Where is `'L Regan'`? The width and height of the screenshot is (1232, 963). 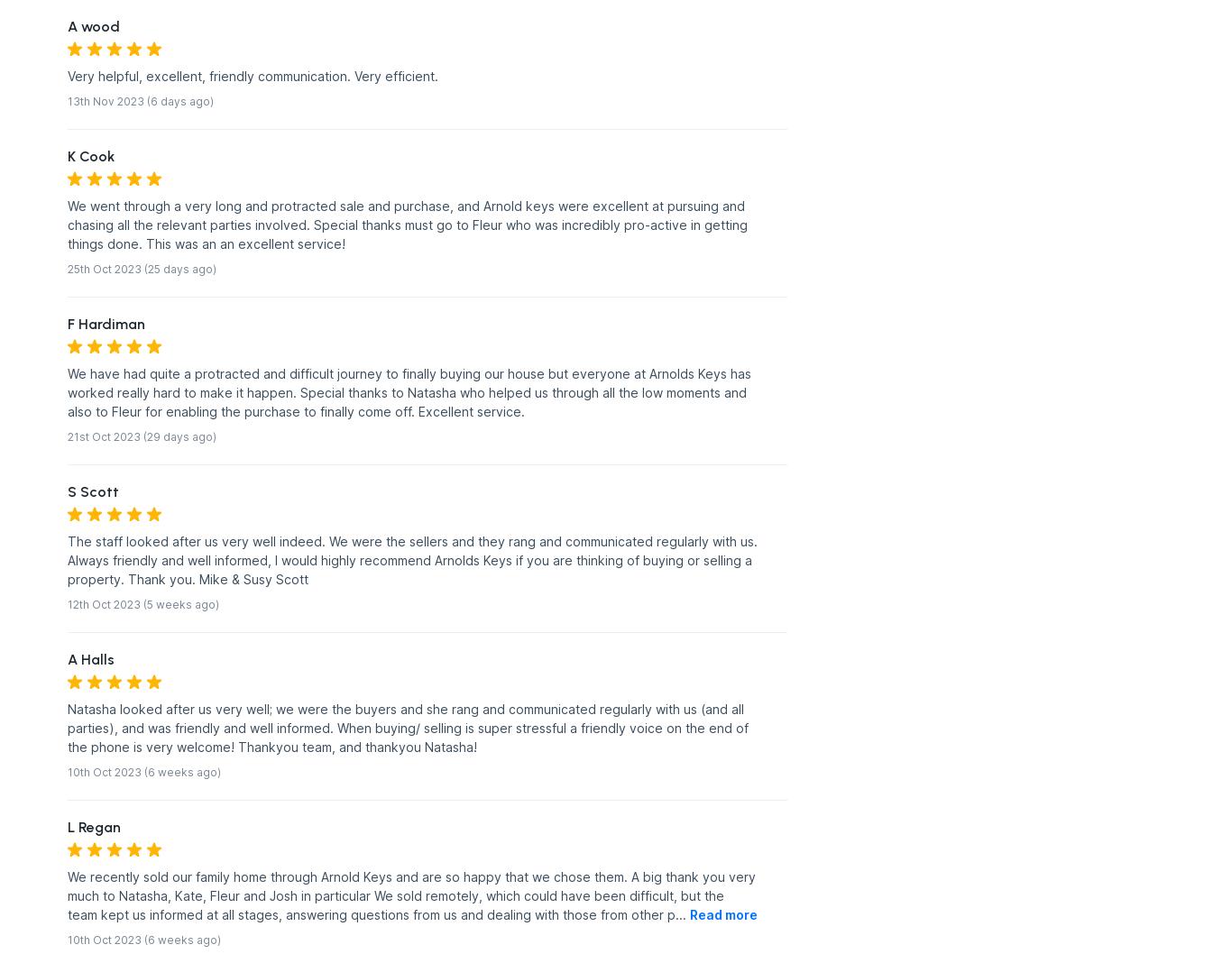
'L Regan' is located at coordinates (67, 826).